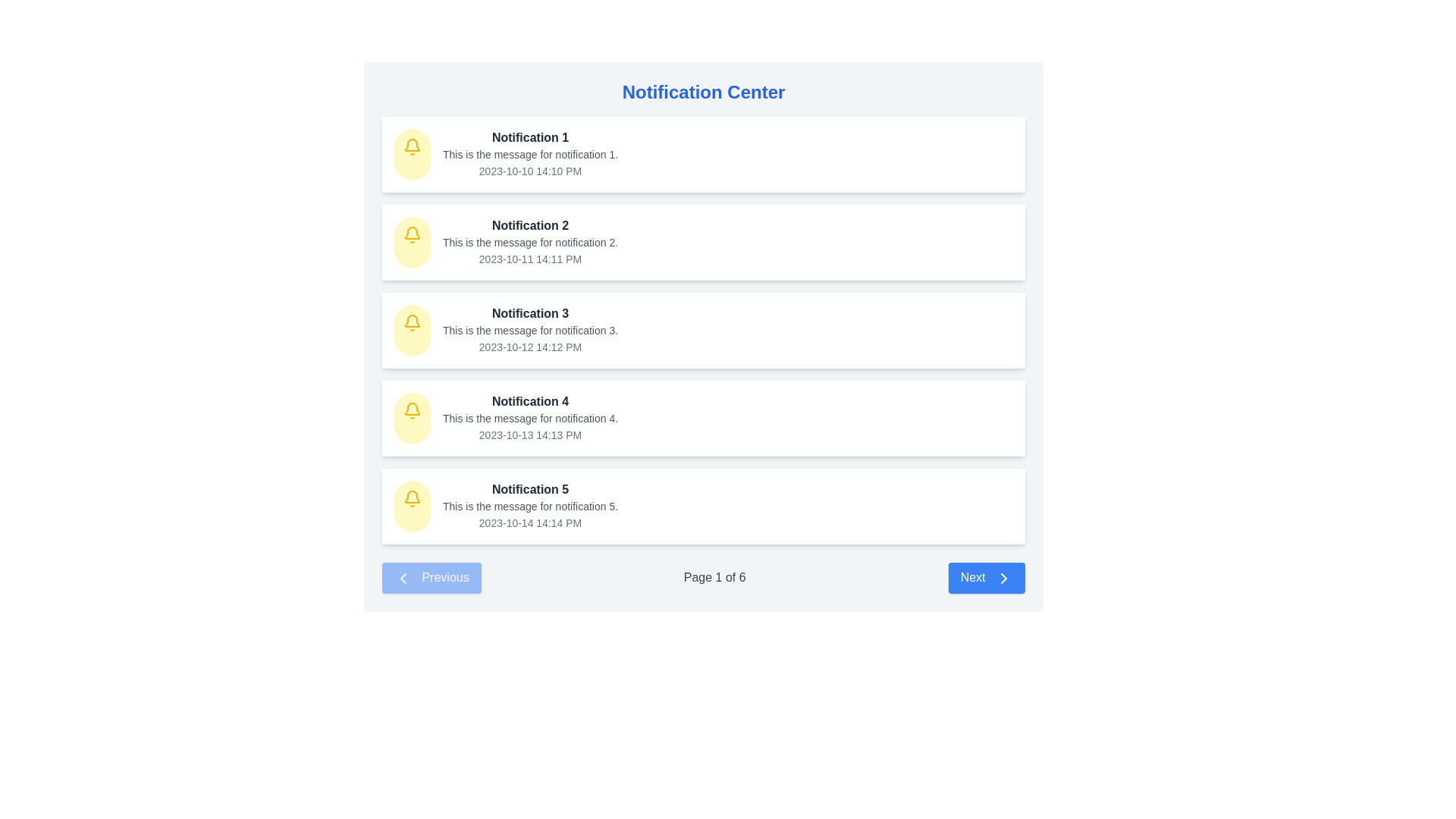 This screenshot has width=1456, height=819. I want to click on the yellow bell icon located to the left of the notification text for 'Notification 2' in the second row of the notification list, so click(412, 234).